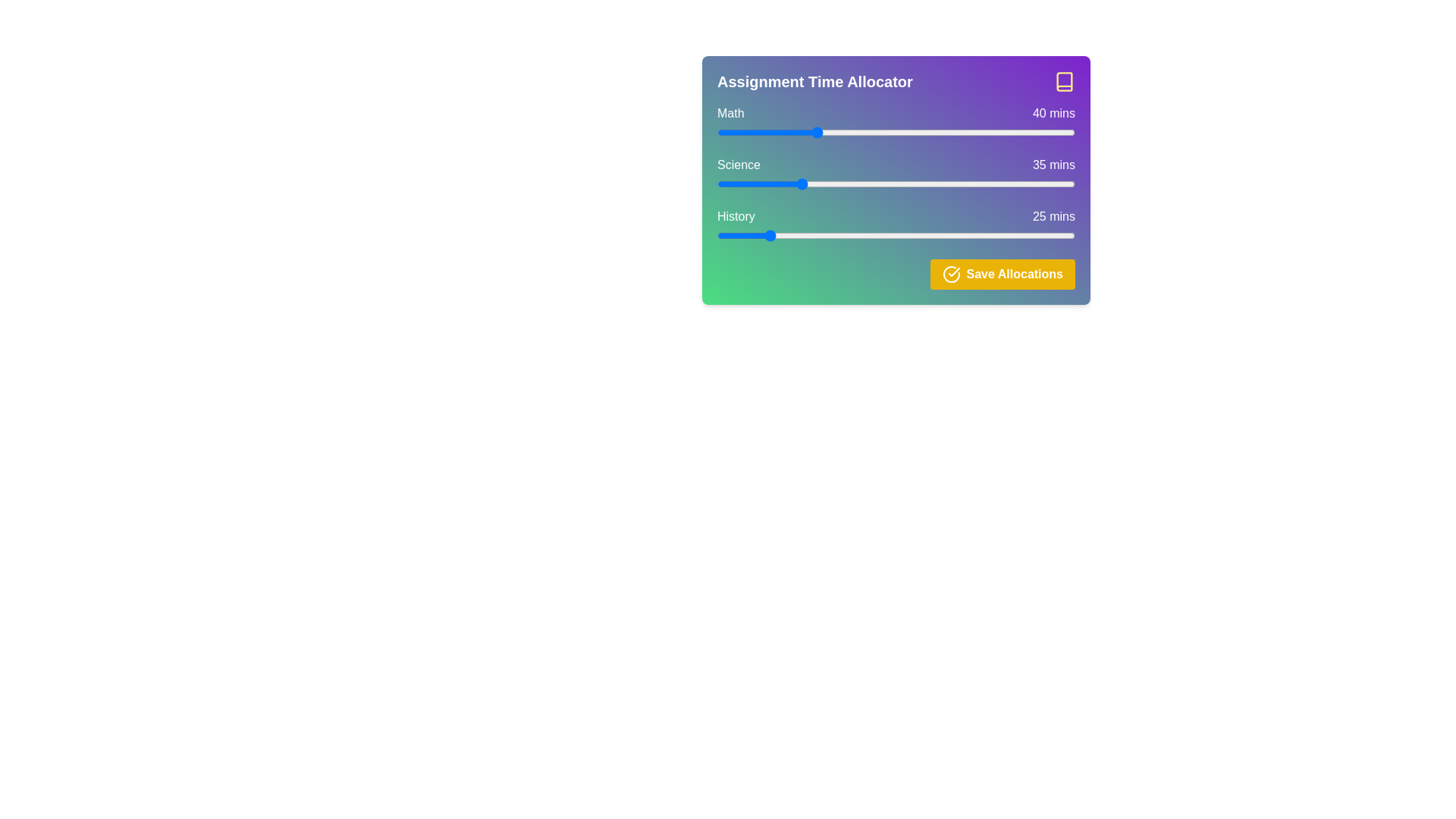 The height and width of the screenshot is (819, 1456). What do you see at coordinates (896, 165) in the screenshot?
I see `the informational text label for the 'Science' slider, which displays the category name and current value (35 minutes), positioned between the 'Math' and 'History' labels` at bounding box center [896, 165].